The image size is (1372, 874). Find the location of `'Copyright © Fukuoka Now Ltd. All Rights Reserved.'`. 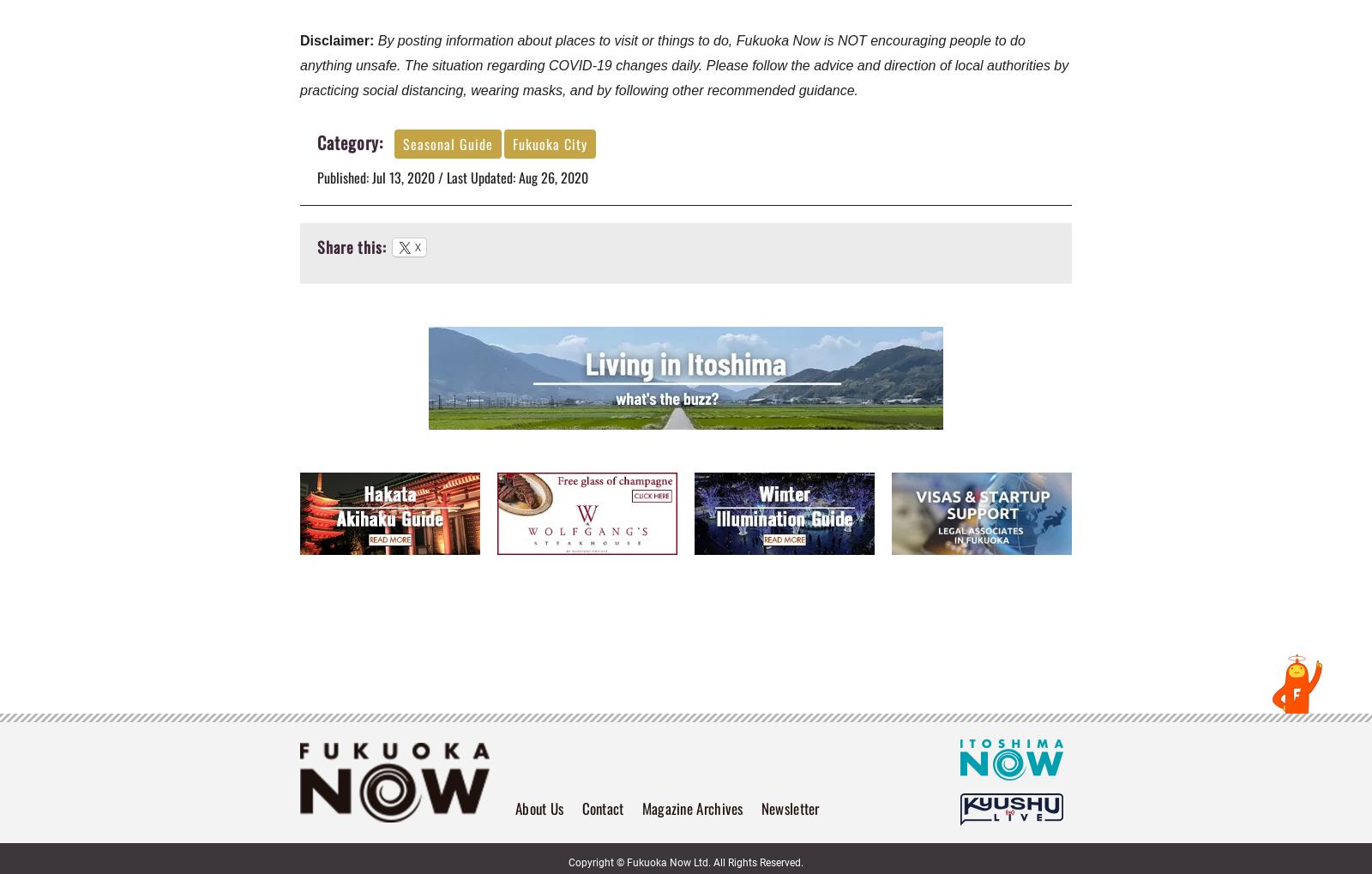

'Copyright © Fukuoka Now Ltd. All Rights Reserved.' is located at coordinates (686, 862).